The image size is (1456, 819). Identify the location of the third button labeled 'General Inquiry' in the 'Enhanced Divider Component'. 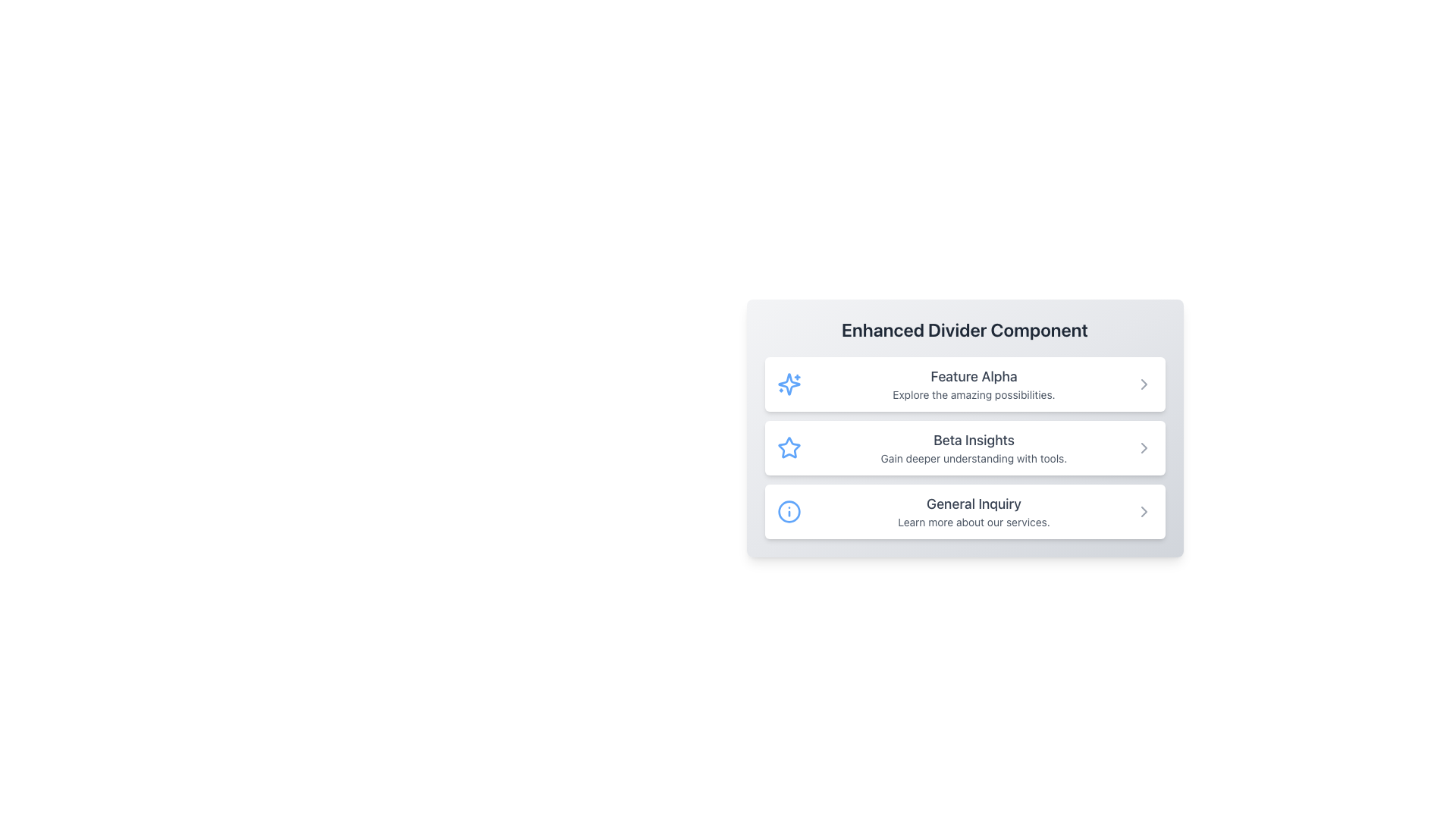
(964, 512).